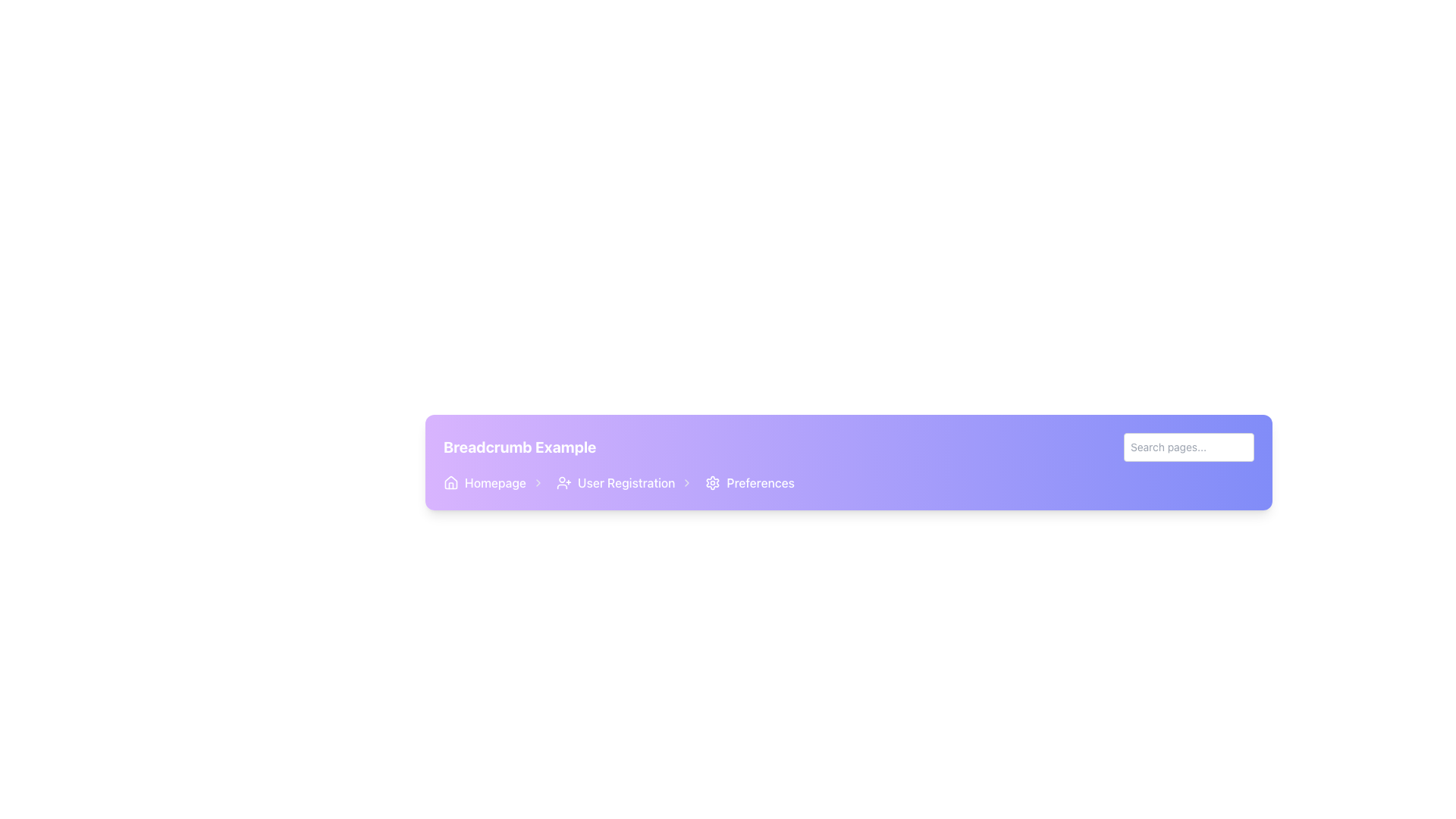 This screenshot has width=1456, height=819. I want to click on the text link in the breadcrumb navigation bar, so click(495, 482).